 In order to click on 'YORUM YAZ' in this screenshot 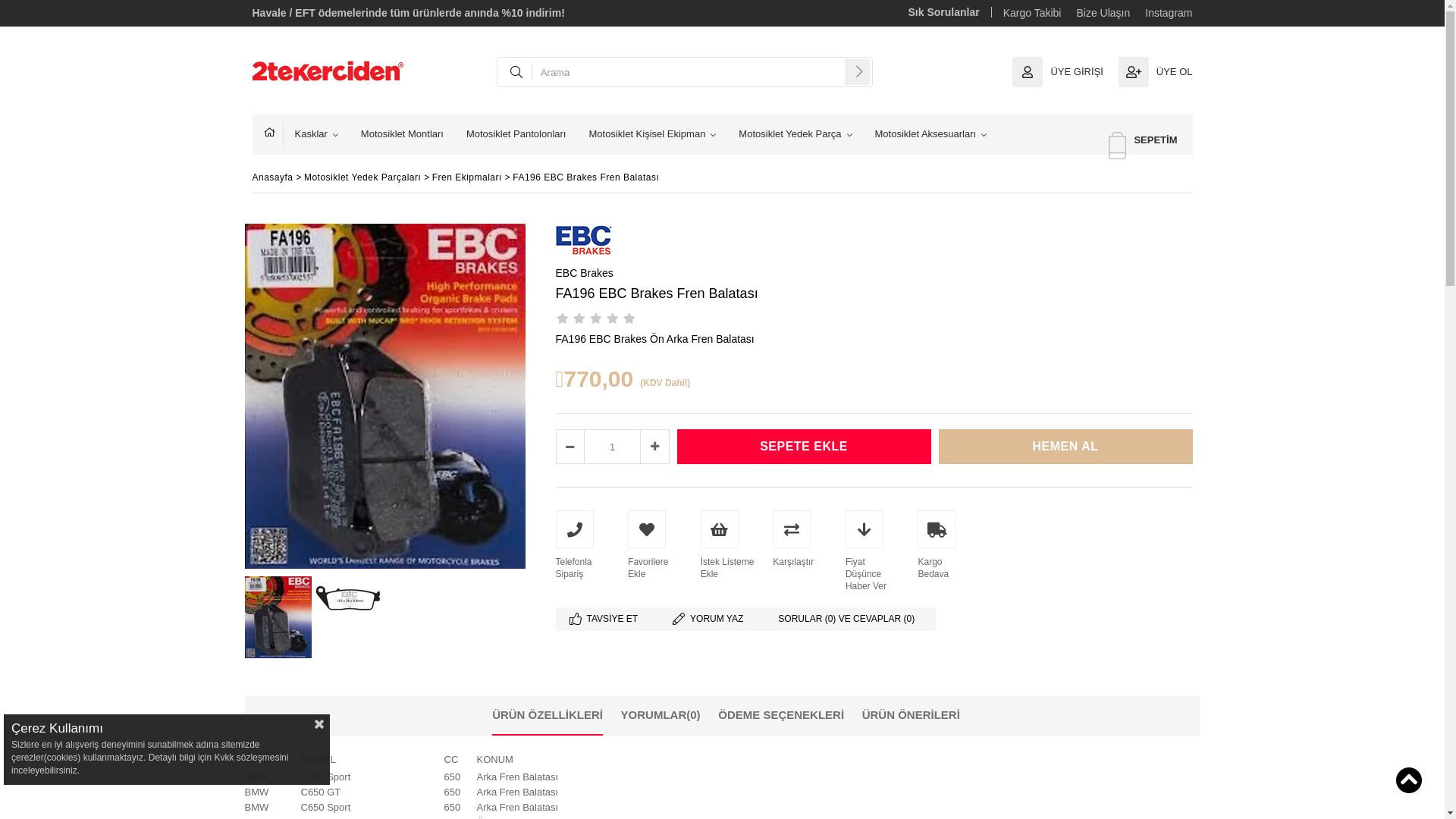, I will do `click(711, 619)`.